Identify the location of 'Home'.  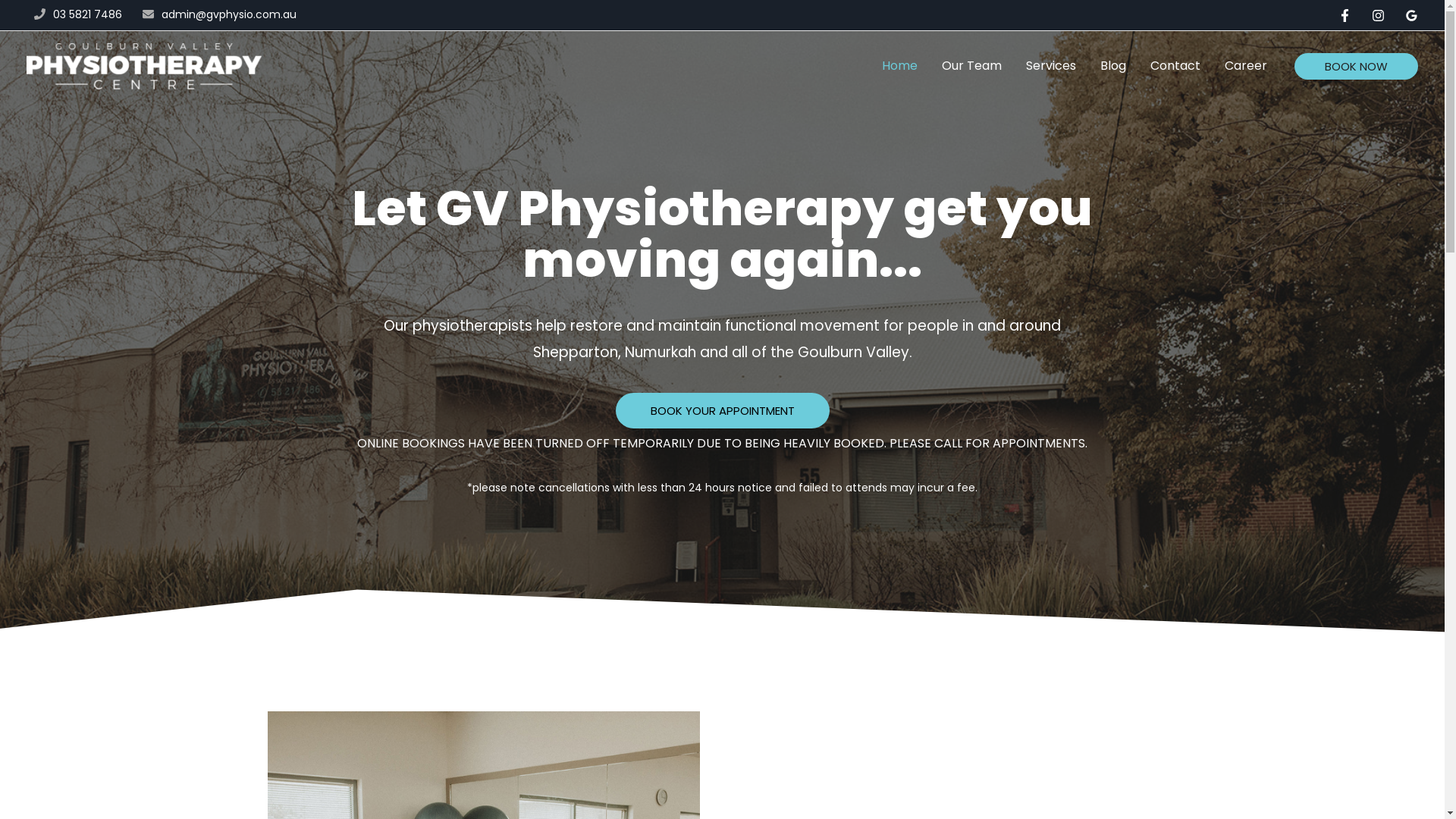
(899, 65).